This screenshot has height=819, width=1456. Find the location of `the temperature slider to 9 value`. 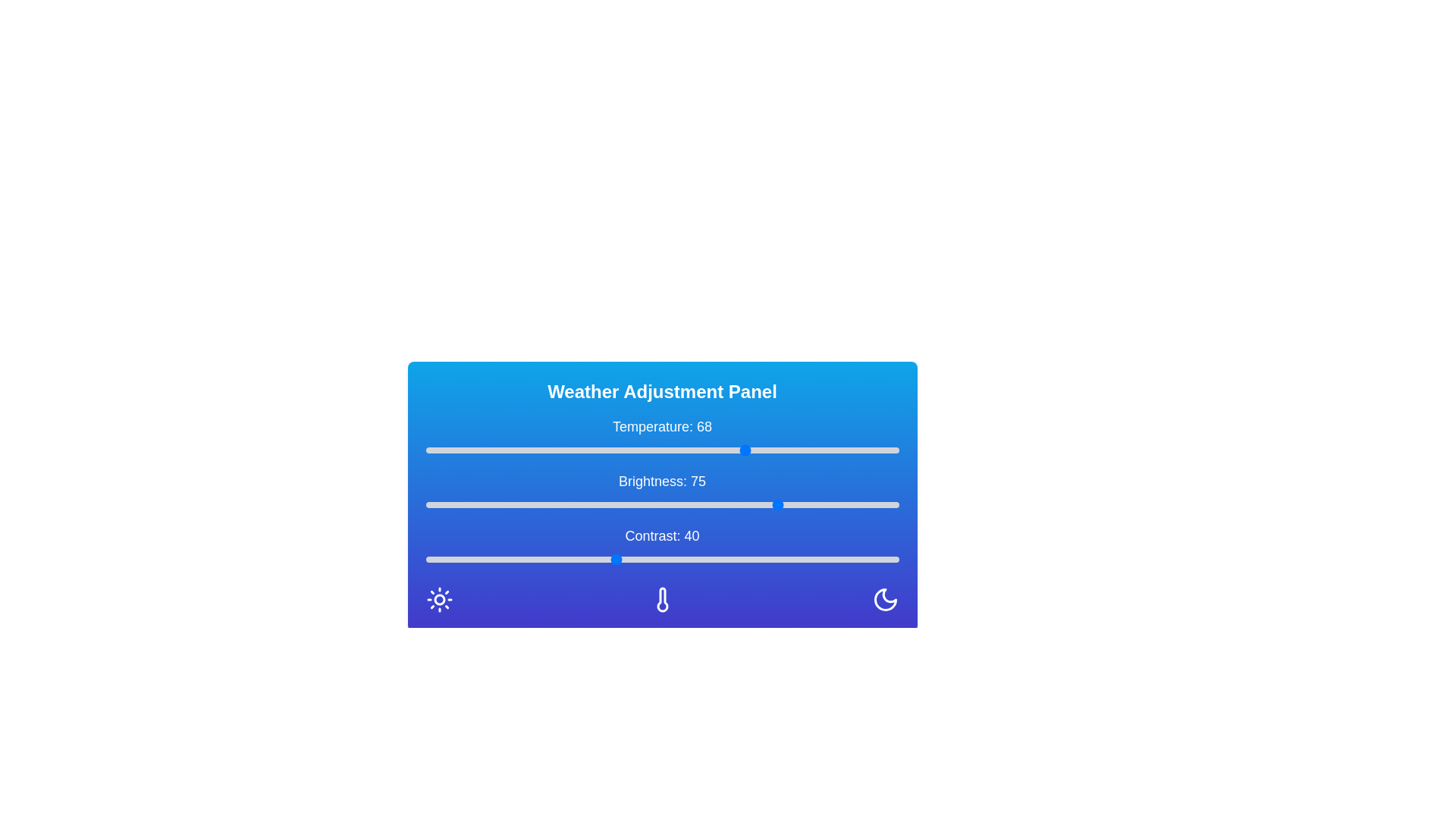

the temperature slider to 9 value is located at coordinates (467, 450).